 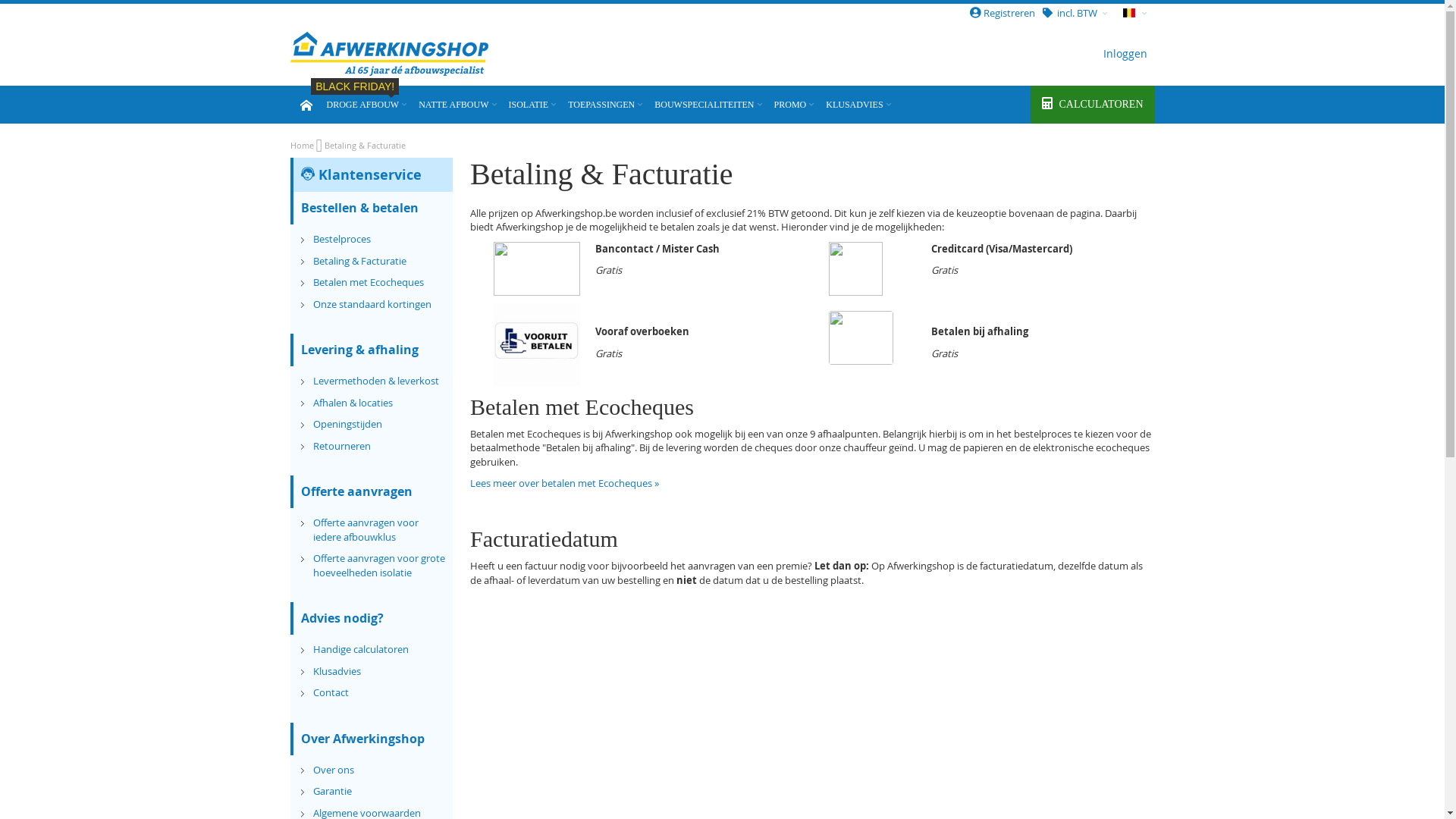 What do you see at coordinates (331, 789) in the screenshot?
I see `'Garantie'` at bounding box center [331, 789].